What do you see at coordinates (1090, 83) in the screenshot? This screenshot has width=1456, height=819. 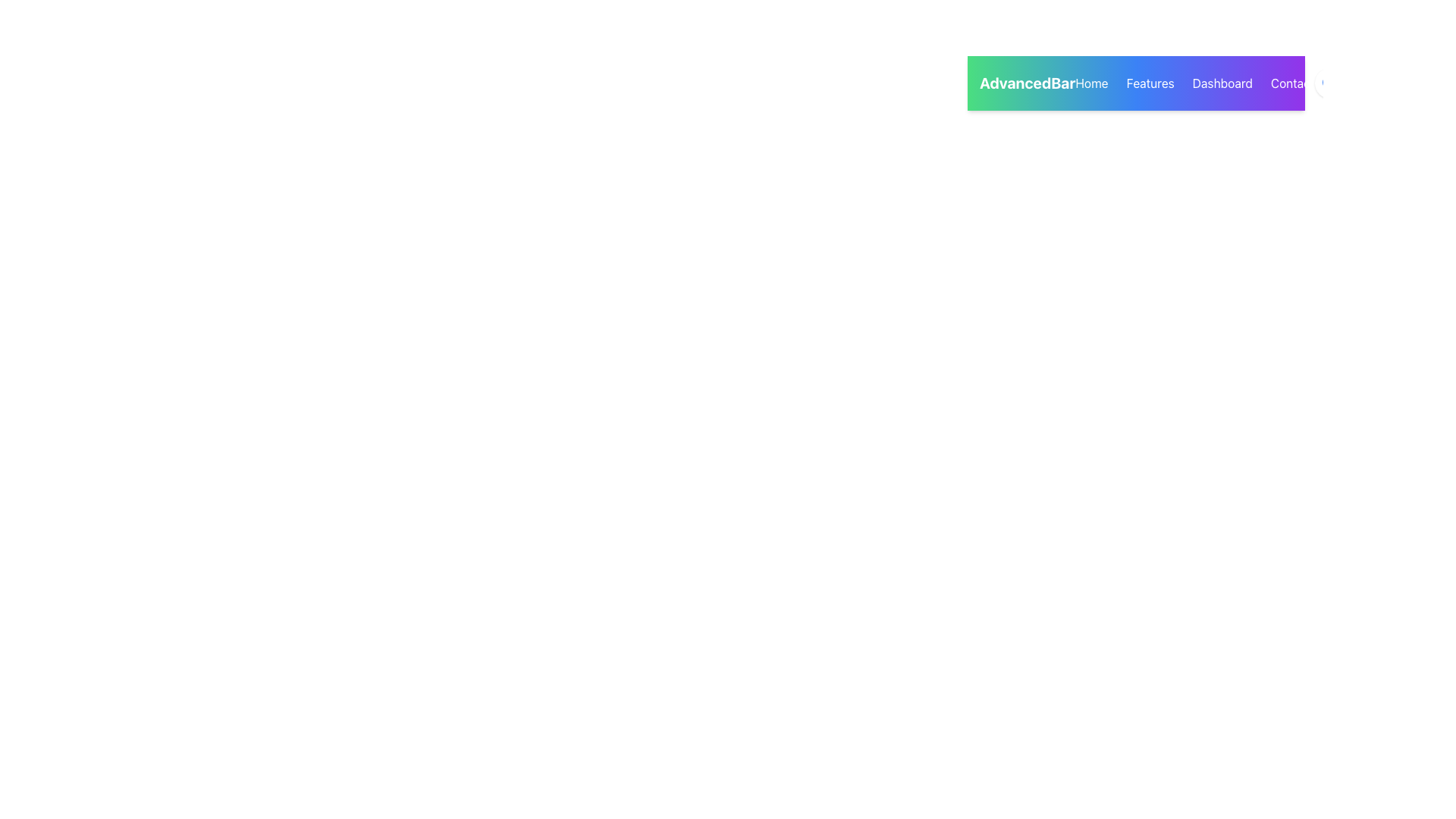 I see `the first navigation link in the top right corner of the interface` at bounding box center [1090, 83].